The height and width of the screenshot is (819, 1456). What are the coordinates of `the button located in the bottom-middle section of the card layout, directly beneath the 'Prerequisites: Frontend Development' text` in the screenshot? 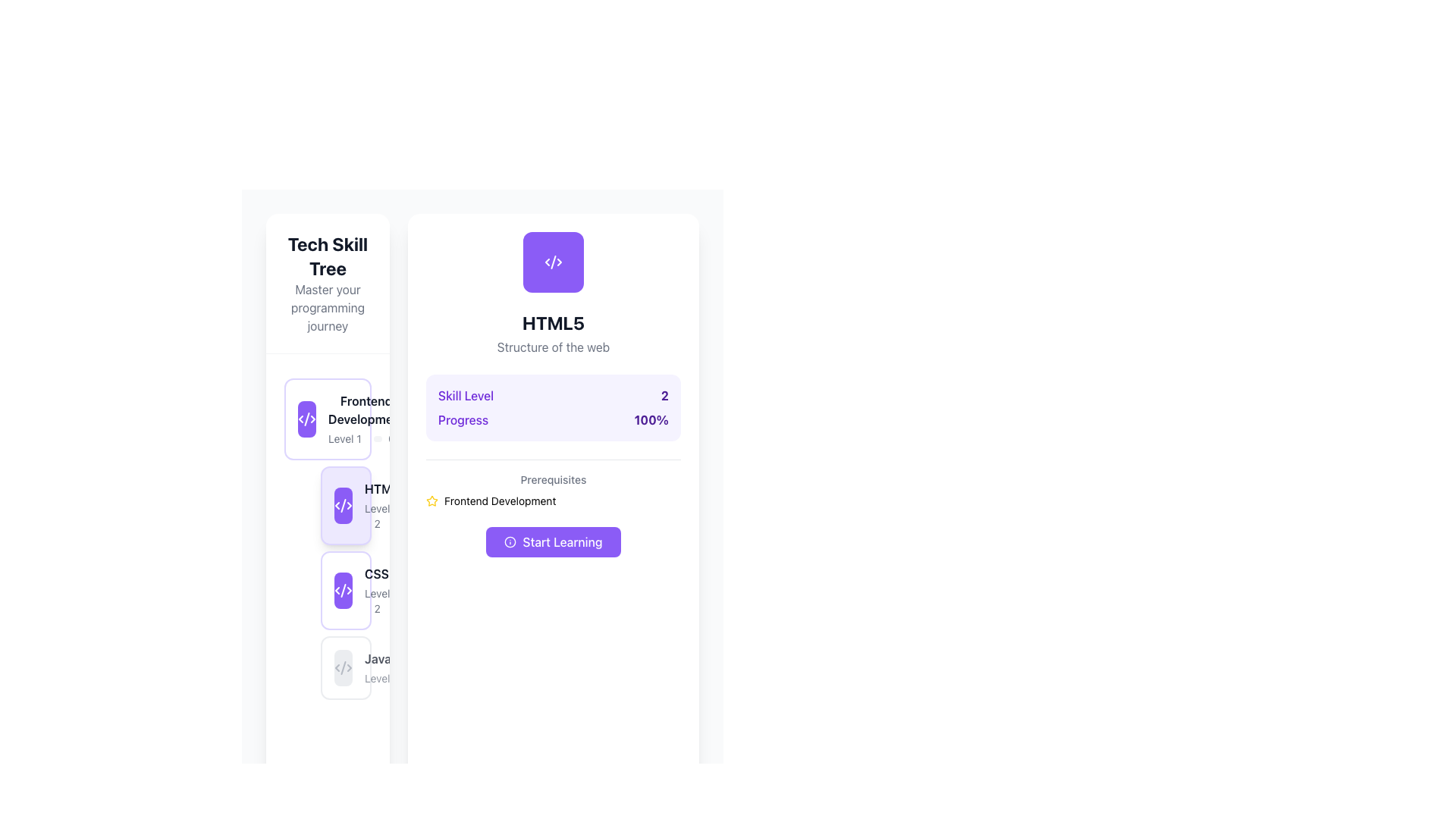 It's located at (552, 541).